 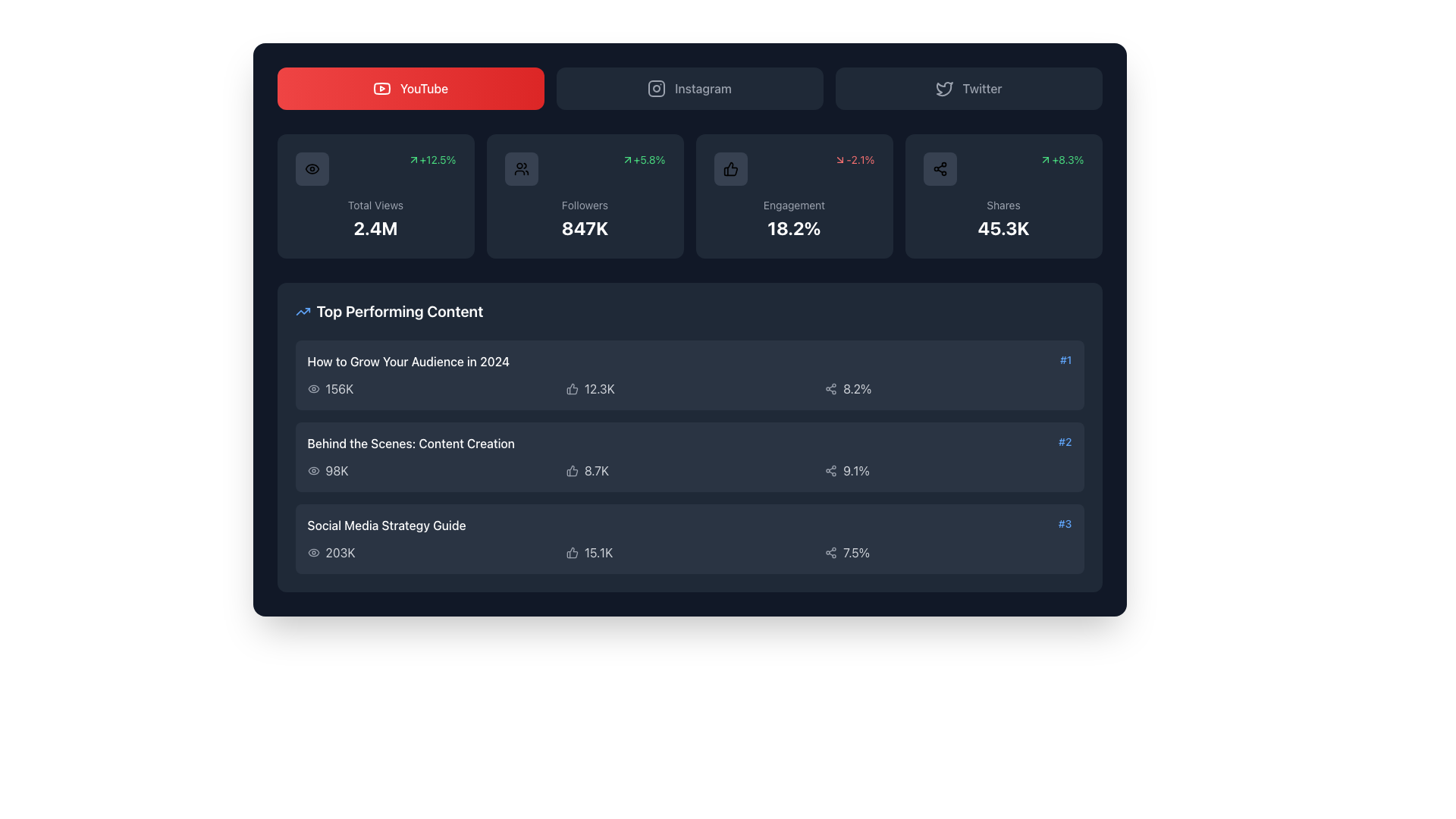 I want to click on the upward trend icon located at the top-right of the 'Shares' information rectangle, adjacent to the '+8.3%' text, so click(x=1045, y=160).